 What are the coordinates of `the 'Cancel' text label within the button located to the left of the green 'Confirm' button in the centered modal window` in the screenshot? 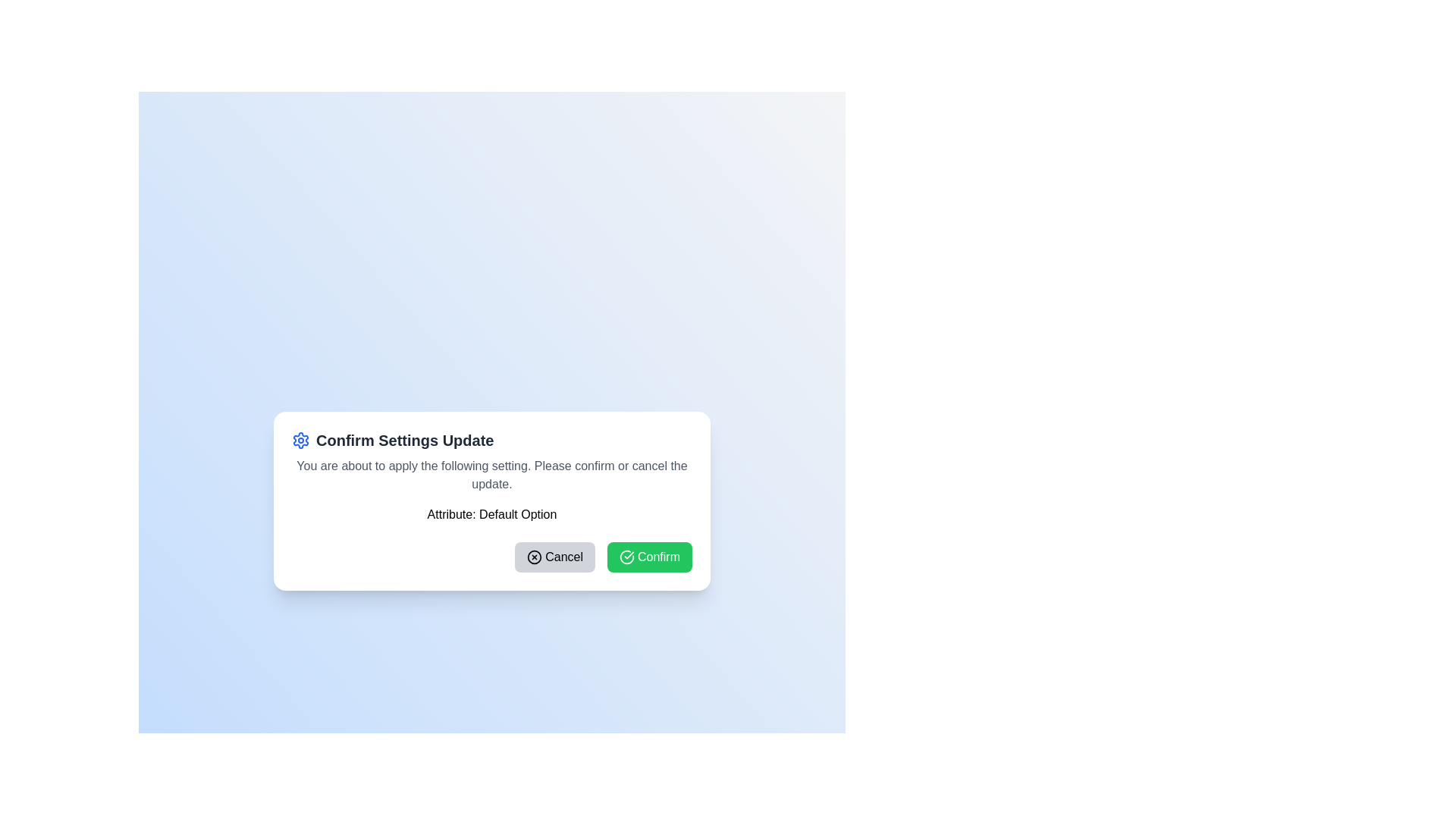 It's located at (563, 557).